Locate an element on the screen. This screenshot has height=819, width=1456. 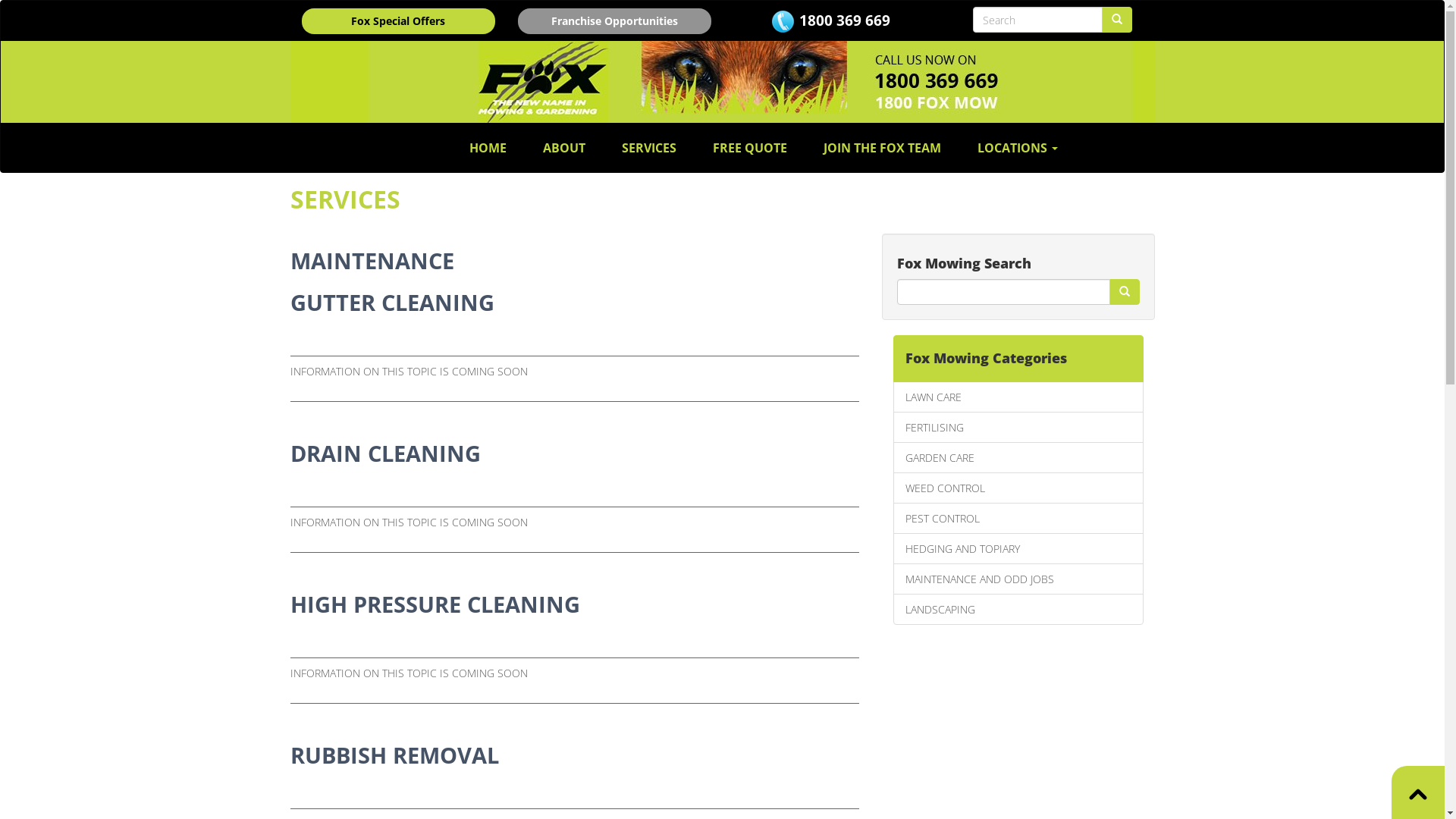
'GARDEN CARE' is located at coordinates (893, 457).